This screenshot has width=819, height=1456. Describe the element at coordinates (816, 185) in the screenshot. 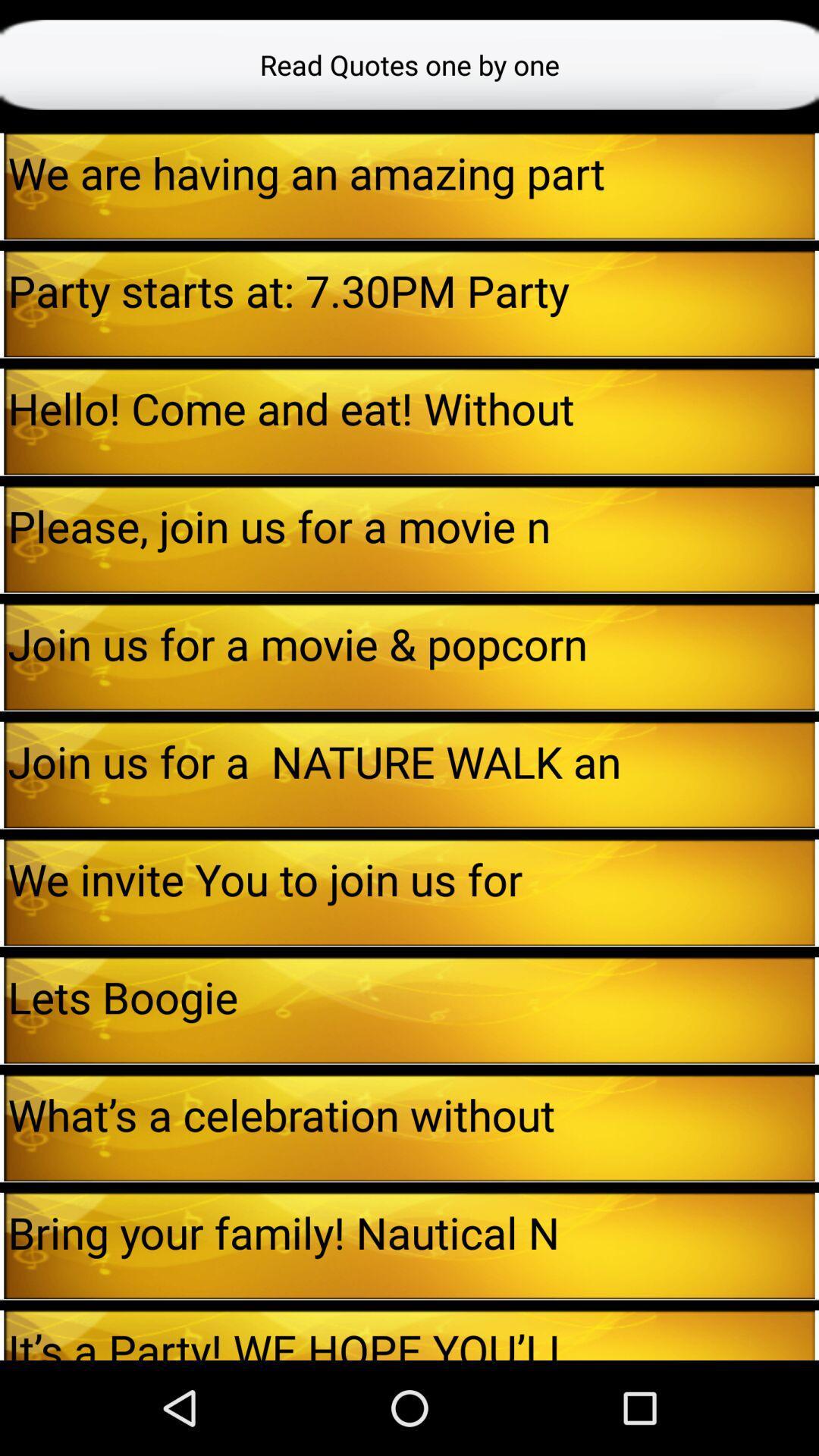

I see `the icon next to the we are having app` at that location.